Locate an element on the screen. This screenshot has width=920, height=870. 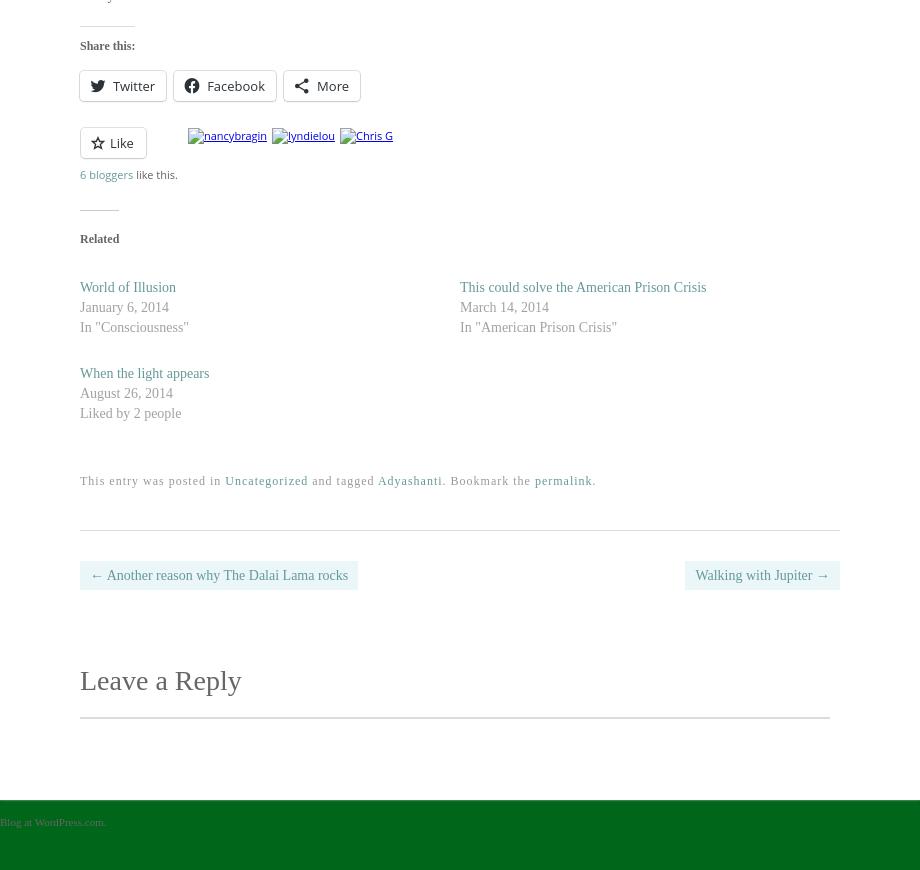
'Post navigation' is located at coordinates (190, 587).